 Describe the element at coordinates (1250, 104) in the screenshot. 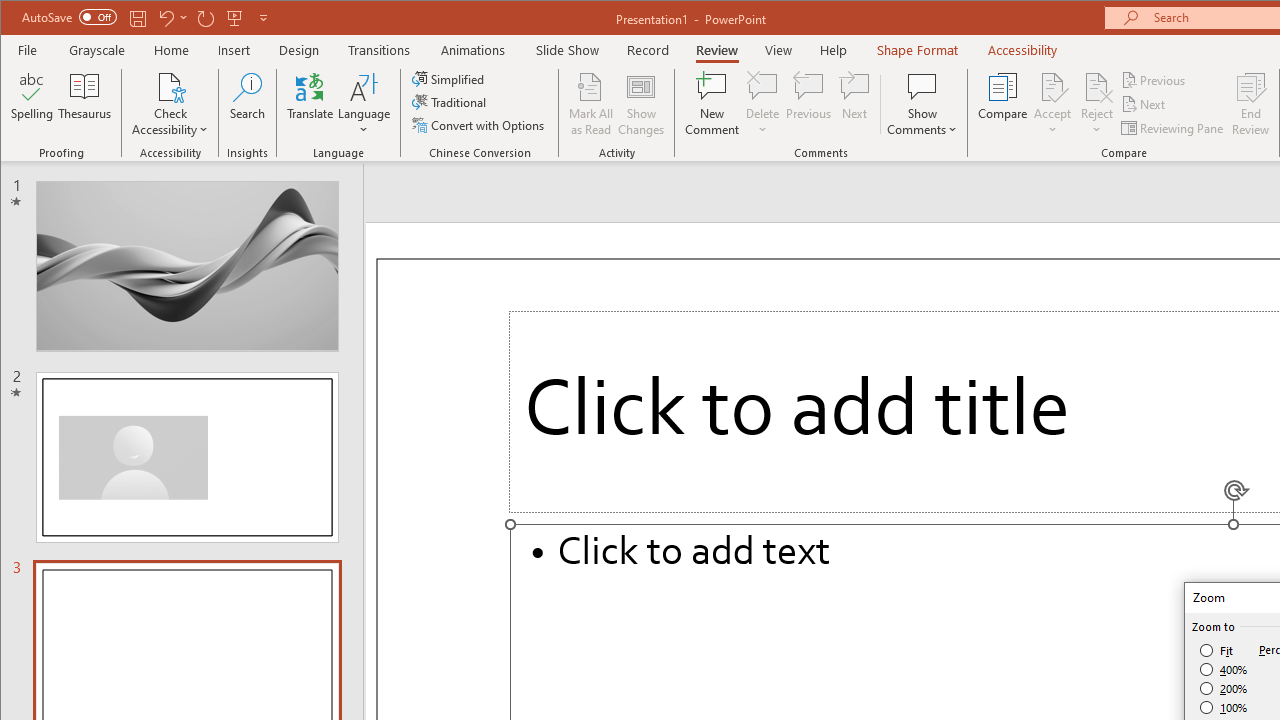

I see `'End Review'` at that location.